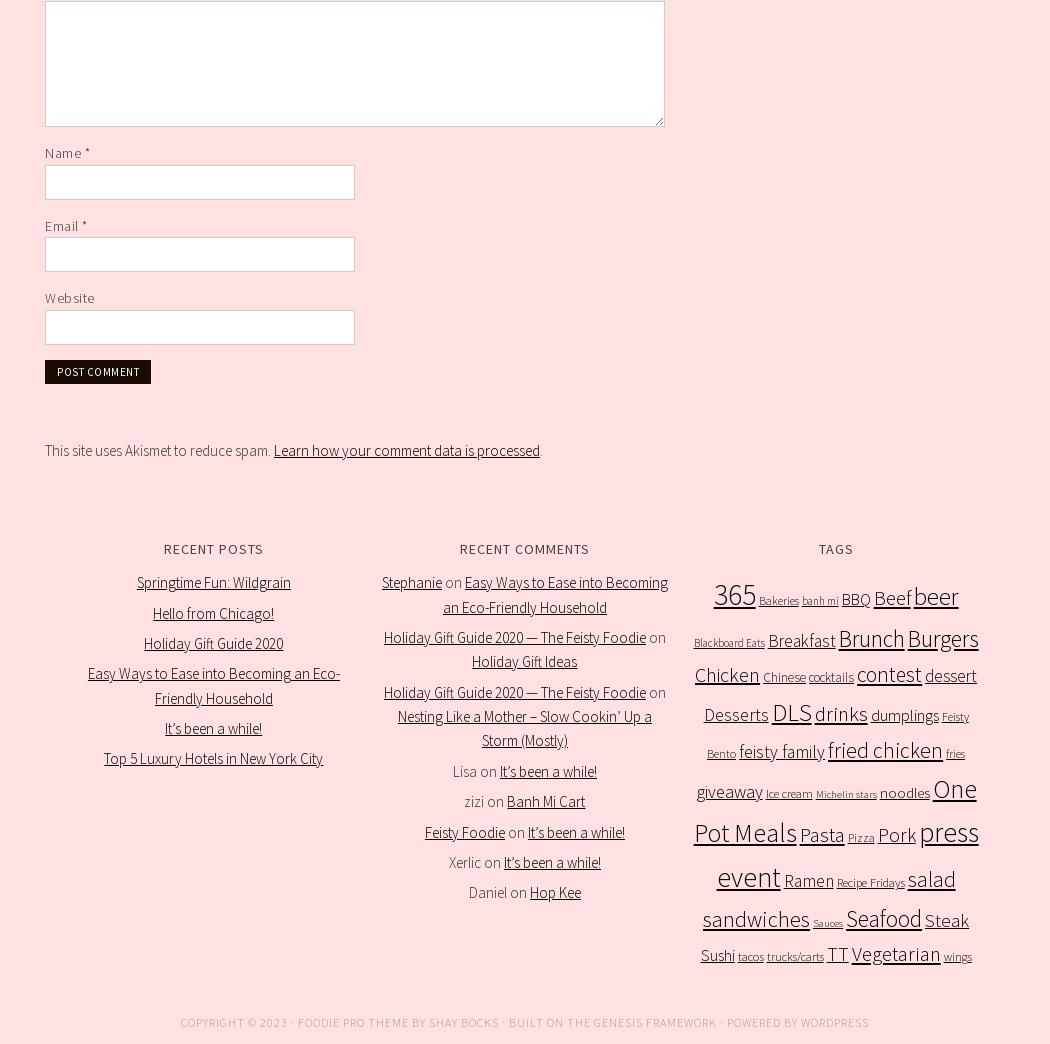  I want to click on '·  Powered by', so click(759, 1022).